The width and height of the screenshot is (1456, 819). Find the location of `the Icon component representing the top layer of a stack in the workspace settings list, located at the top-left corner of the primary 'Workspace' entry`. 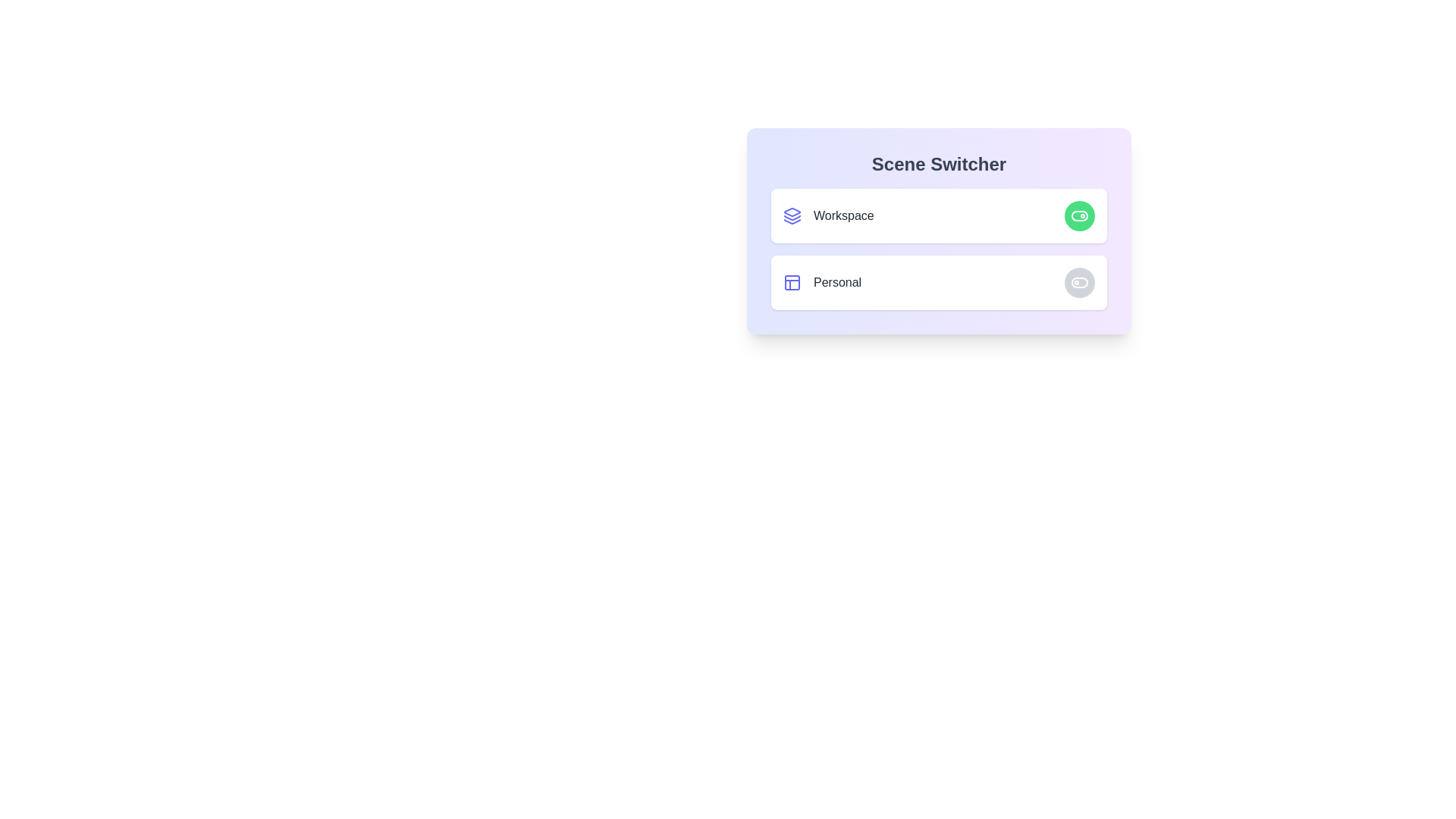

the Icon component representing the top layer of a stack in the workspace settings list, located at the top-left corner of the primary 'Workspace' entry is located at coordinates (792, 212).